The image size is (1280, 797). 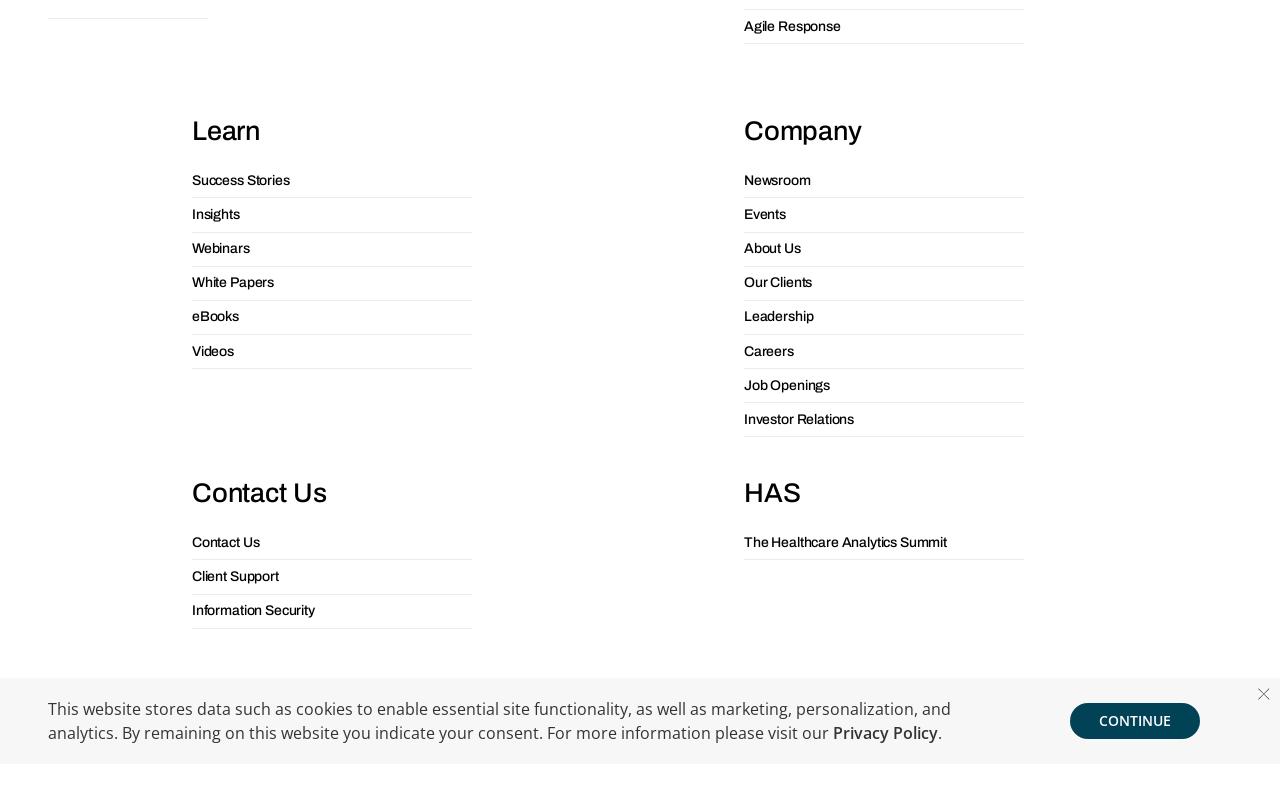 What do you see at coordinates (499, 361) in the screenshot?
I see `'This website stores data such as cookies to enable essential site functionality, as well as marketing, personalization, and analytics. By remaining on this website you indicate your consent. For more information please visit our'` at bounding box center [499, 361].